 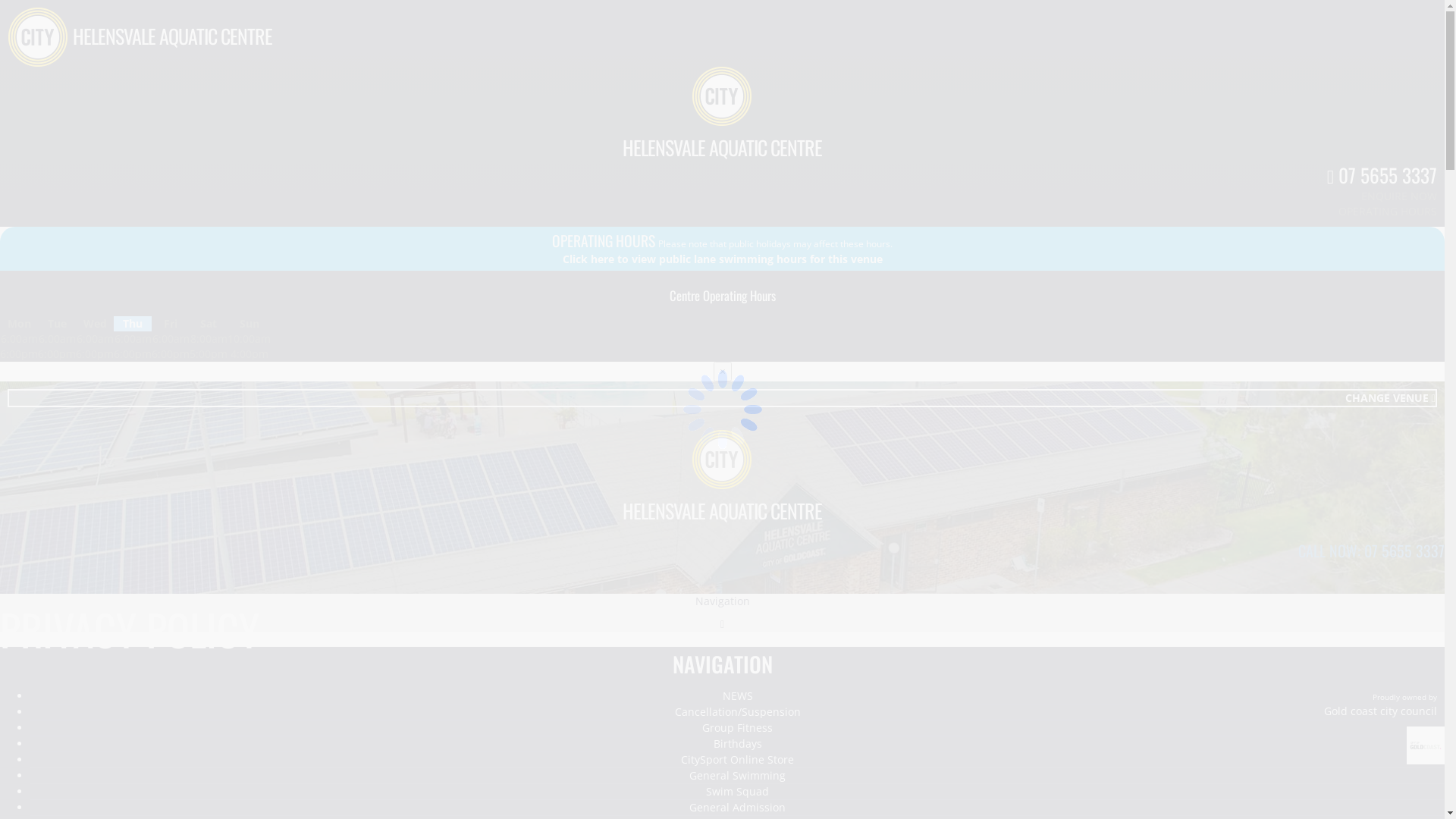 I want to click on 'CALL NOW: 07 5655 3337', so click(x=1371, y=550).